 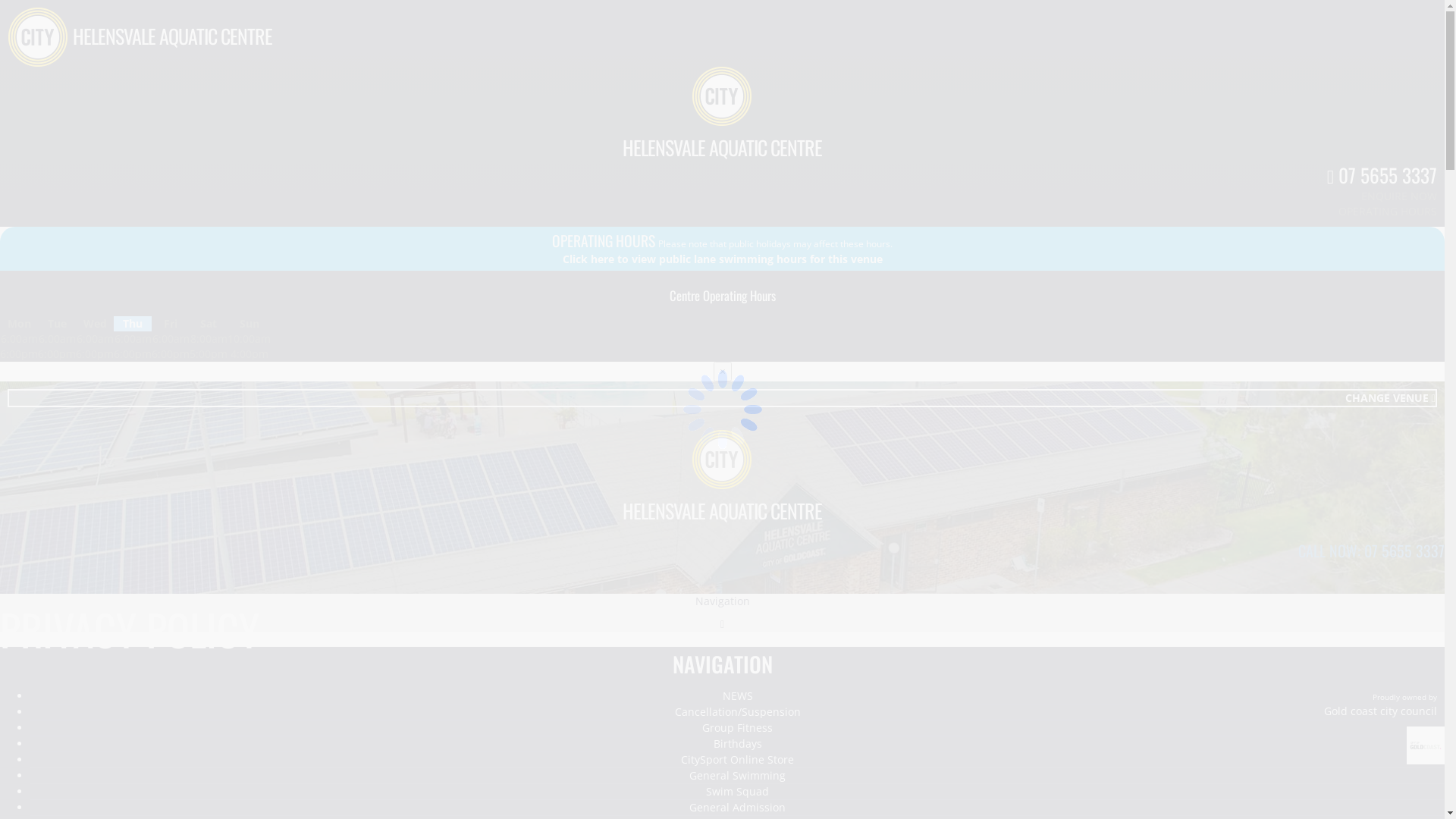 I want to click on 'CALL NOW: 07 5655 3337', so click(x=1371, y=550).